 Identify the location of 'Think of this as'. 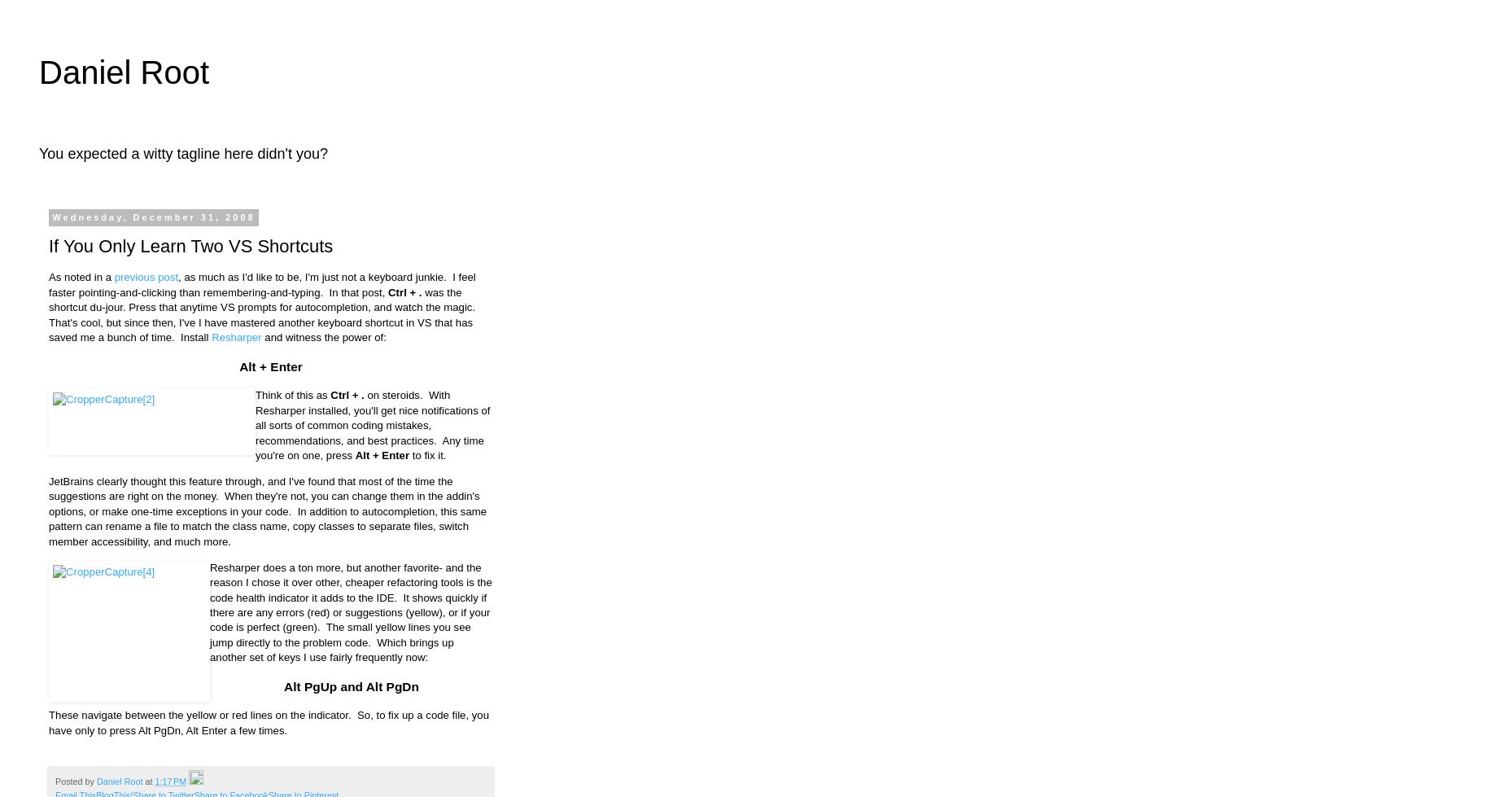
(293, 395).